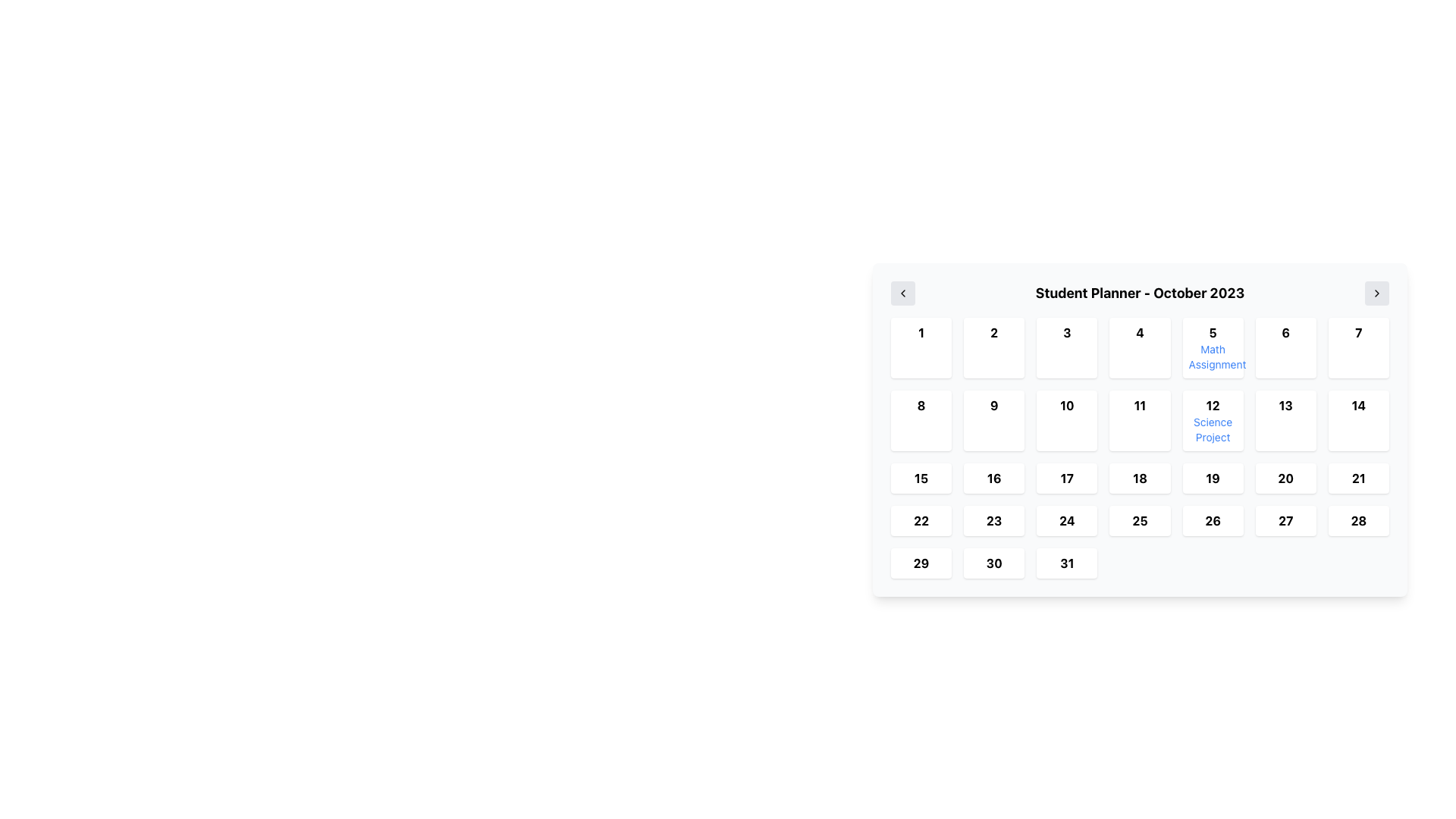 The image size is (1456, 819). I want to click on the Calendar Date Cell labeled '27', so click(1285, 519).